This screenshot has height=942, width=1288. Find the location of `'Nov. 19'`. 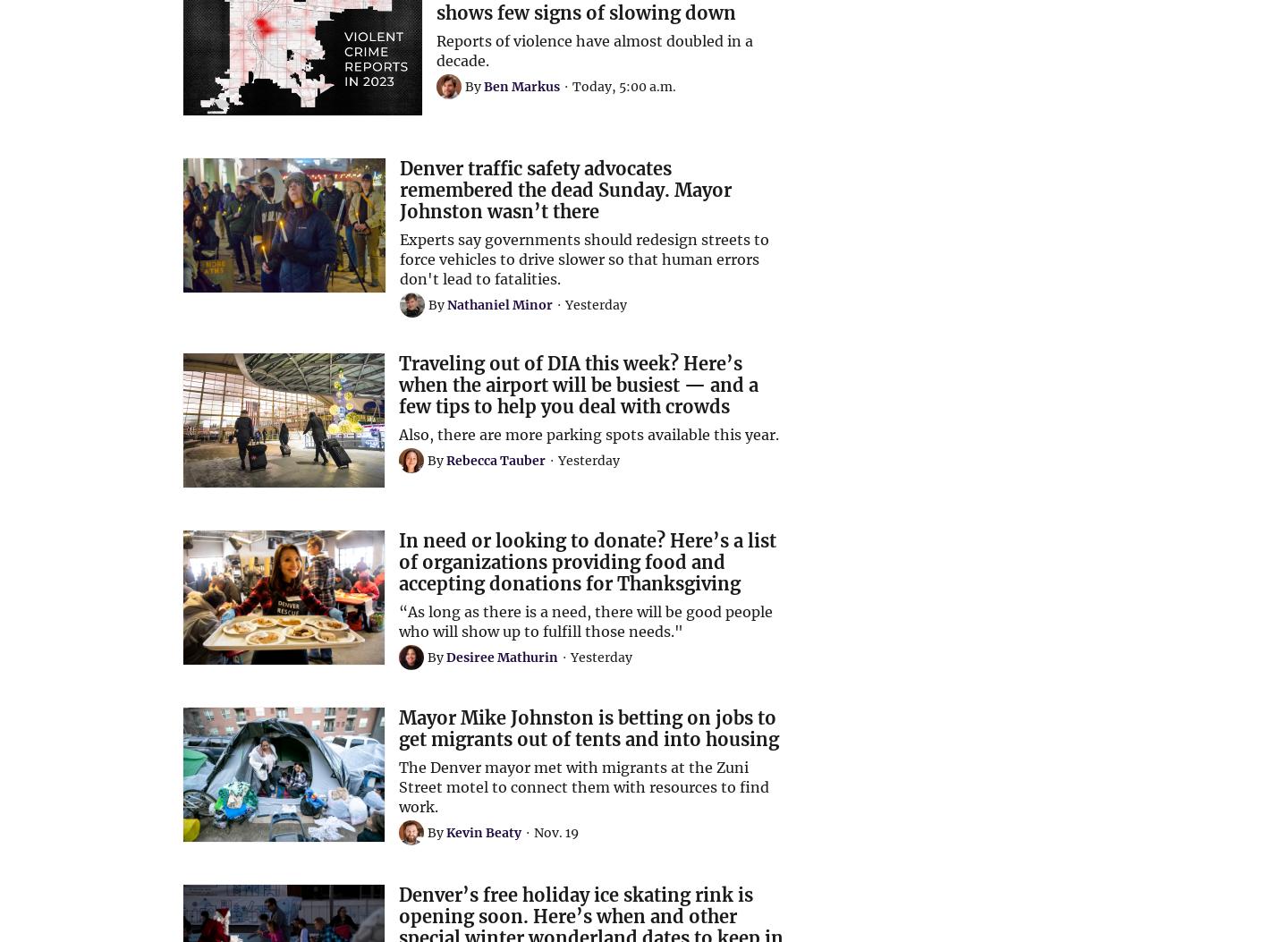

'Nov. 19' is located at coordinates (555, 831).